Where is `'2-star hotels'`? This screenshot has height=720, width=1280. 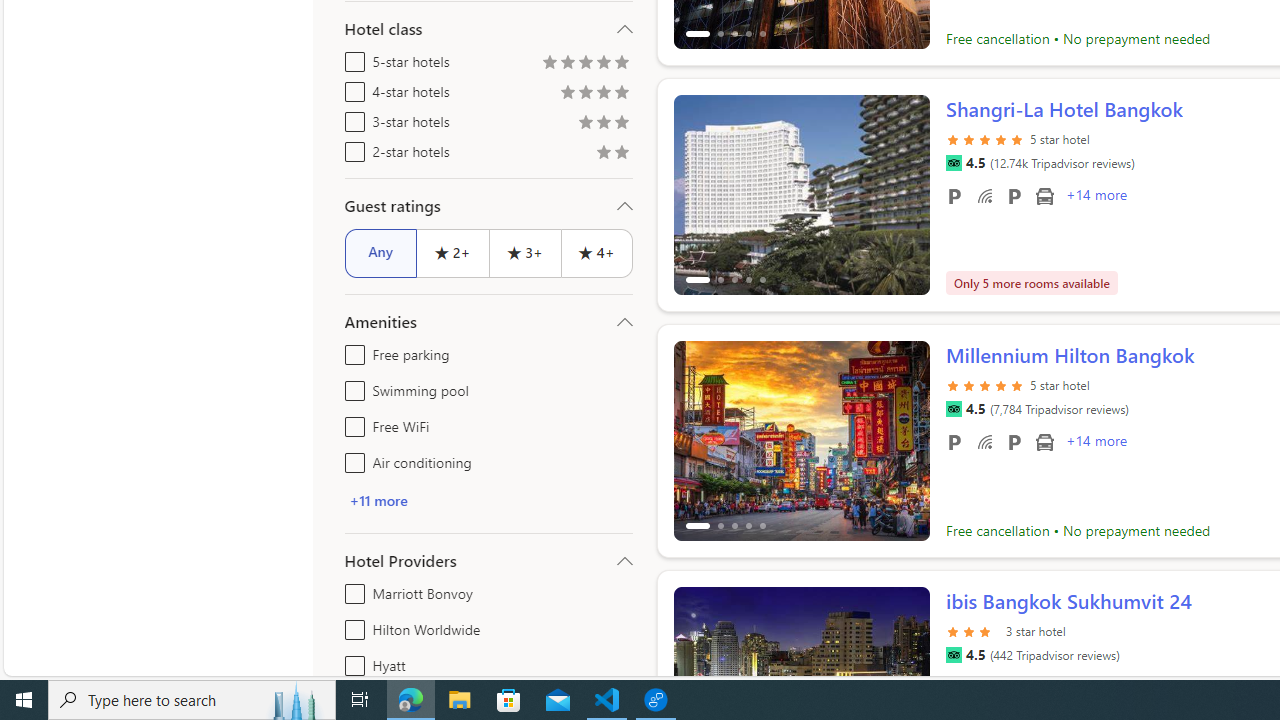 '2-star hotels' is located at coordinates (351, 147).